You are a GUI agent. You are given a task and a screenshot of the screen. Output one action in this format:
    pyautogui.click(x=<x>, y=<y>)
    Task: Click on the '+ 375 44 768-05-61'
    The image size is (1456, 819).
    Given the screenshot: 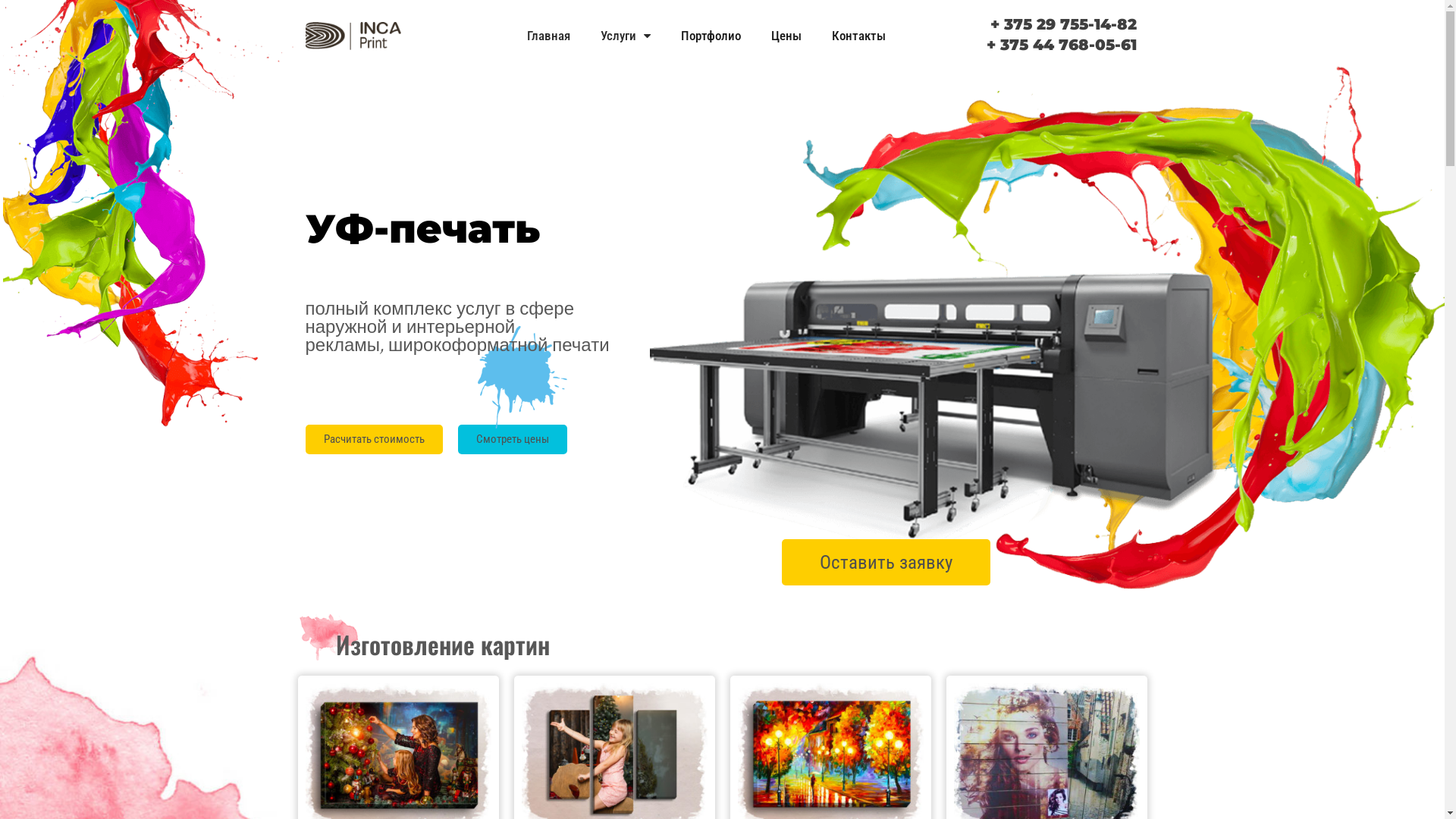 What is the action you would take?
    pyautogui.click(x=1061, y=43)
    